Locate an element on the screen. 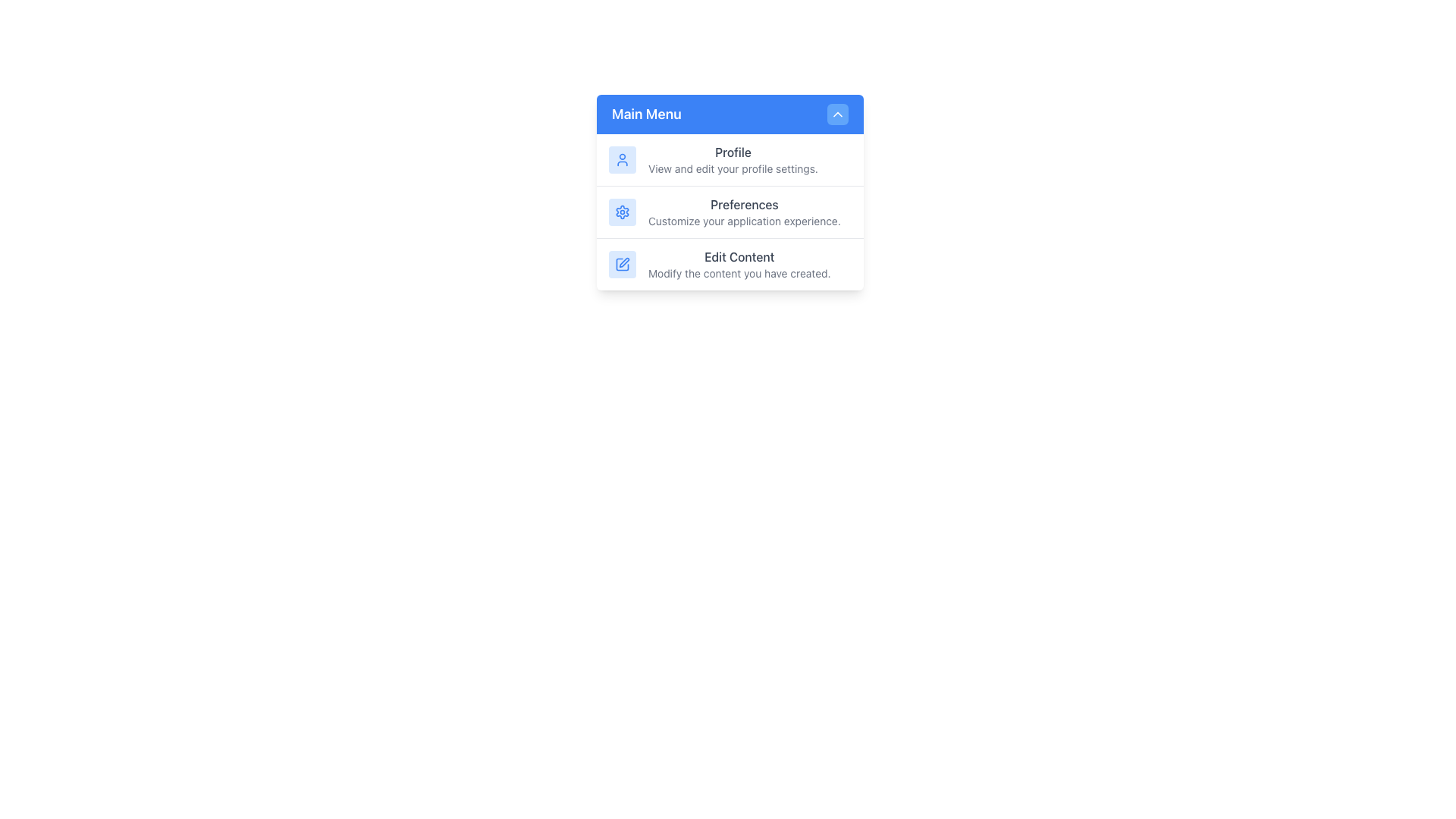 This screenshot has width=1456, height=819. the 'Preferences' text label, which is displayed in a medium-weight grey font within the dropdown menu labeled 'Main Menu', positioned between 'Profile' and 'Edit Content' is located at coordinates (744, 205).